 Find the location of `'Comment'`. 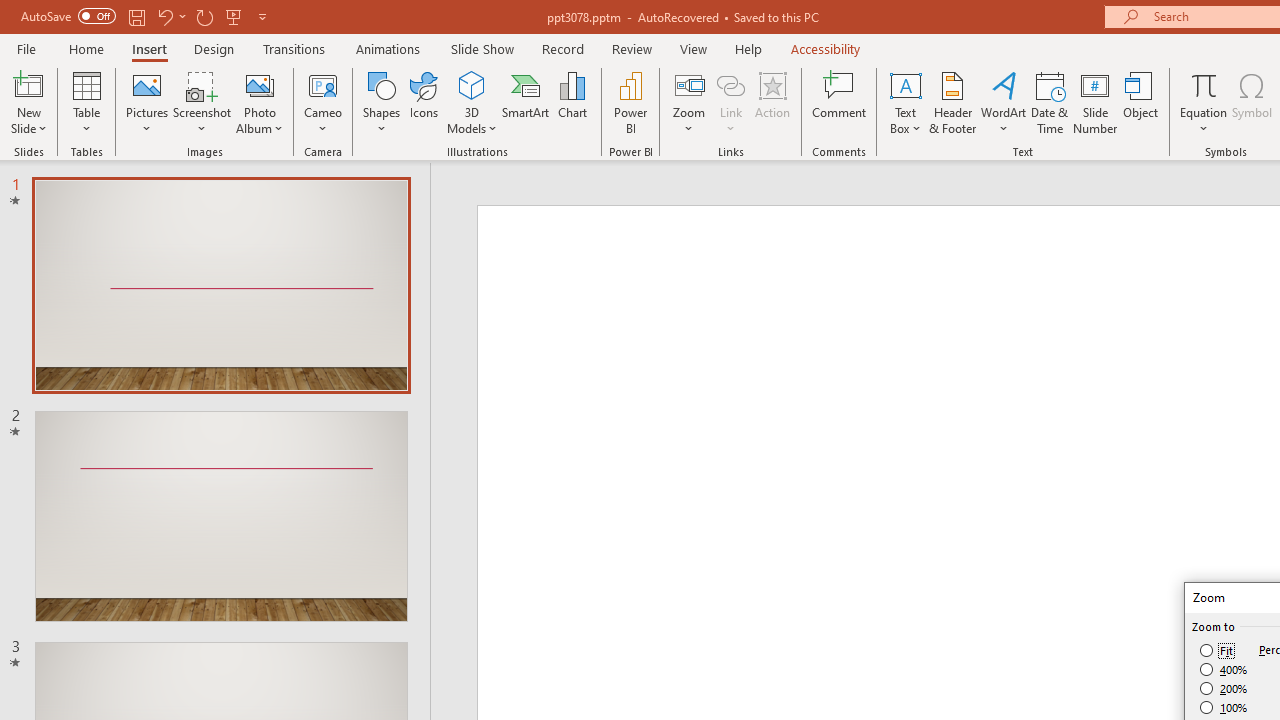

'Comment' is located at coordinates (839, 103).